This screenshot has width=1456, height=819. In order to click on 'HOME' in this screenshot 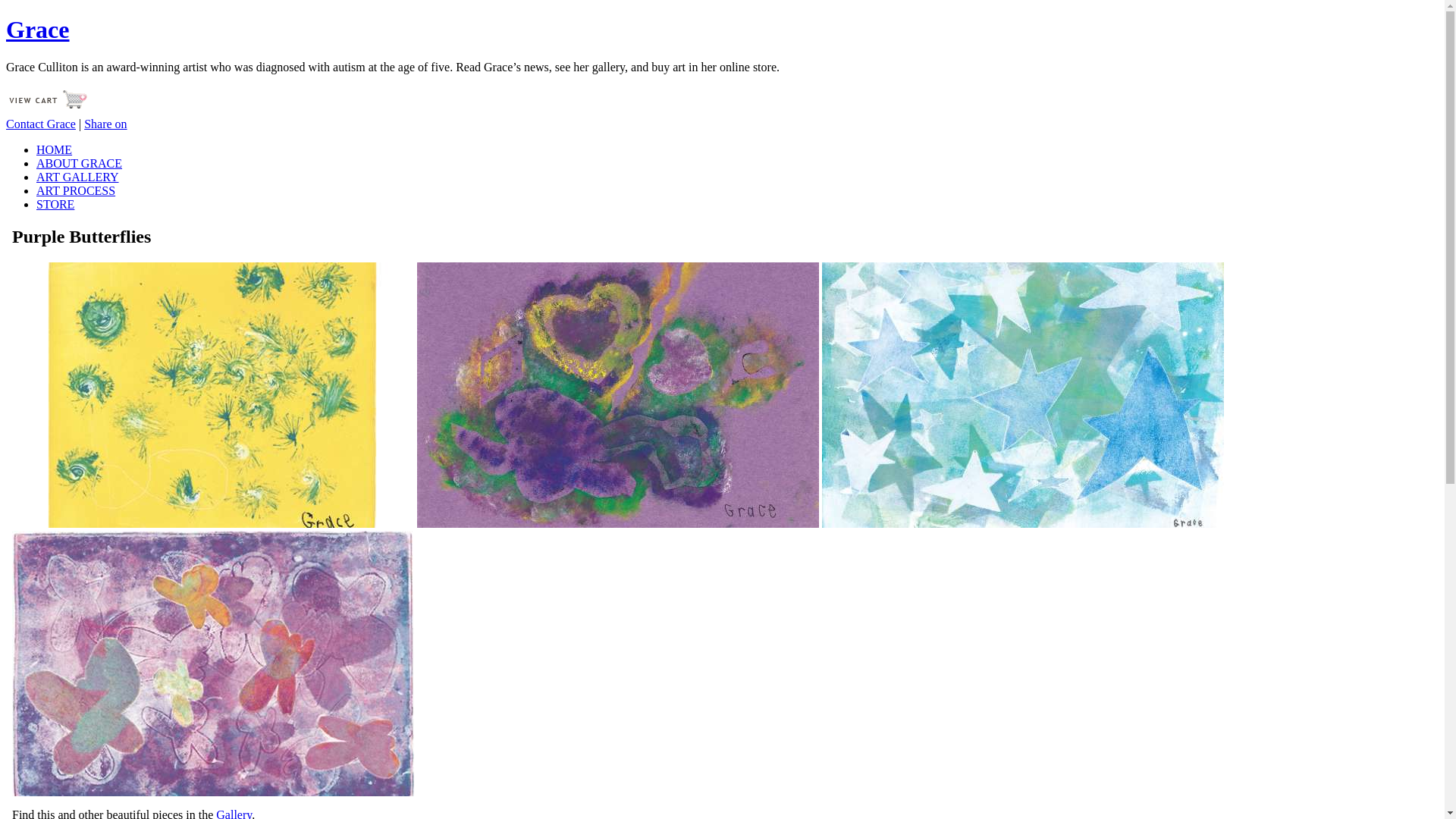, I will do `click(54, 149)`.